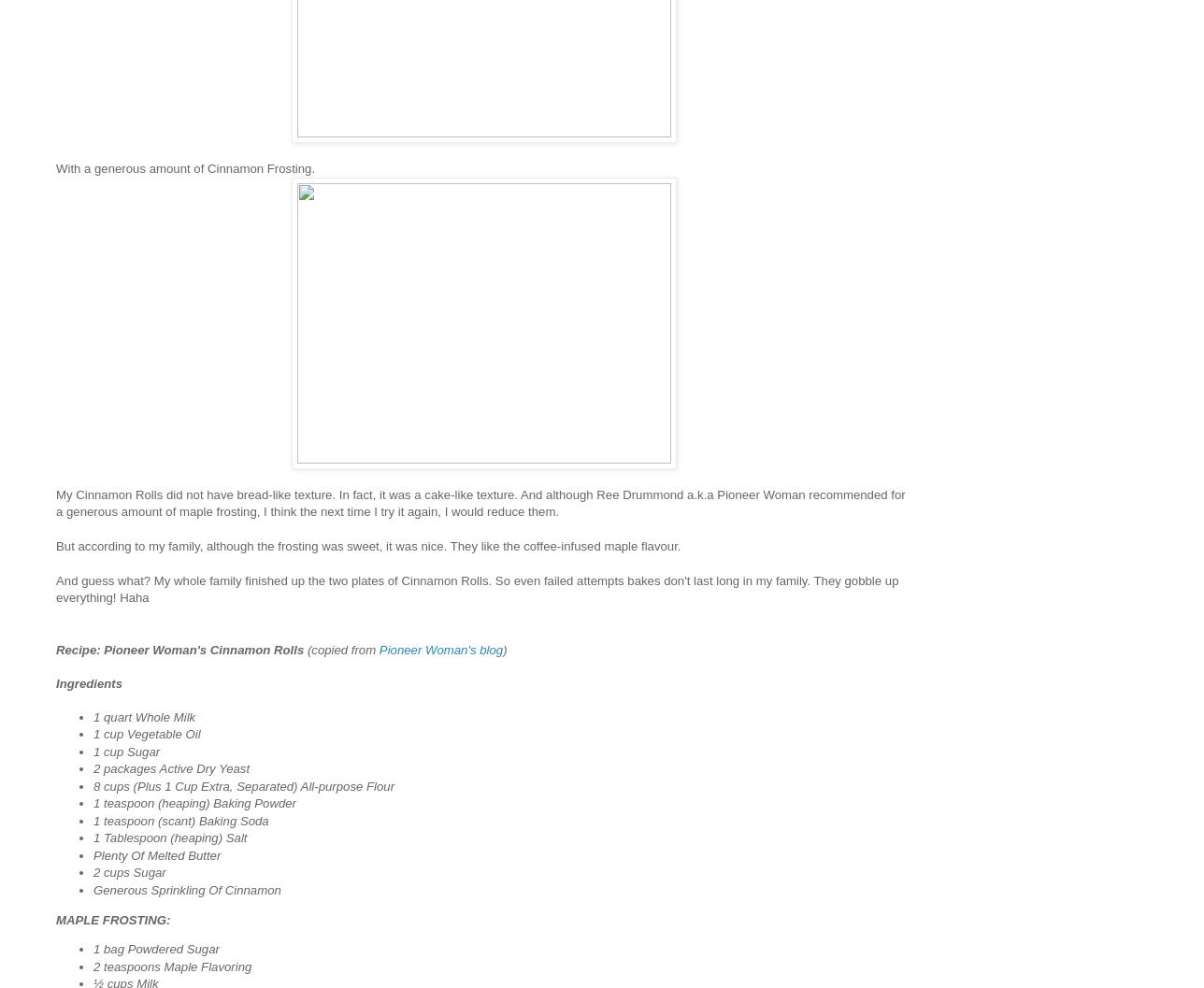 Image resolution: width=1204 pixels, height=988 pixels. What do you see at coordinates (341, 648) in the screenshot?
I see `'(copied from'` at bounding box center [341, 648].